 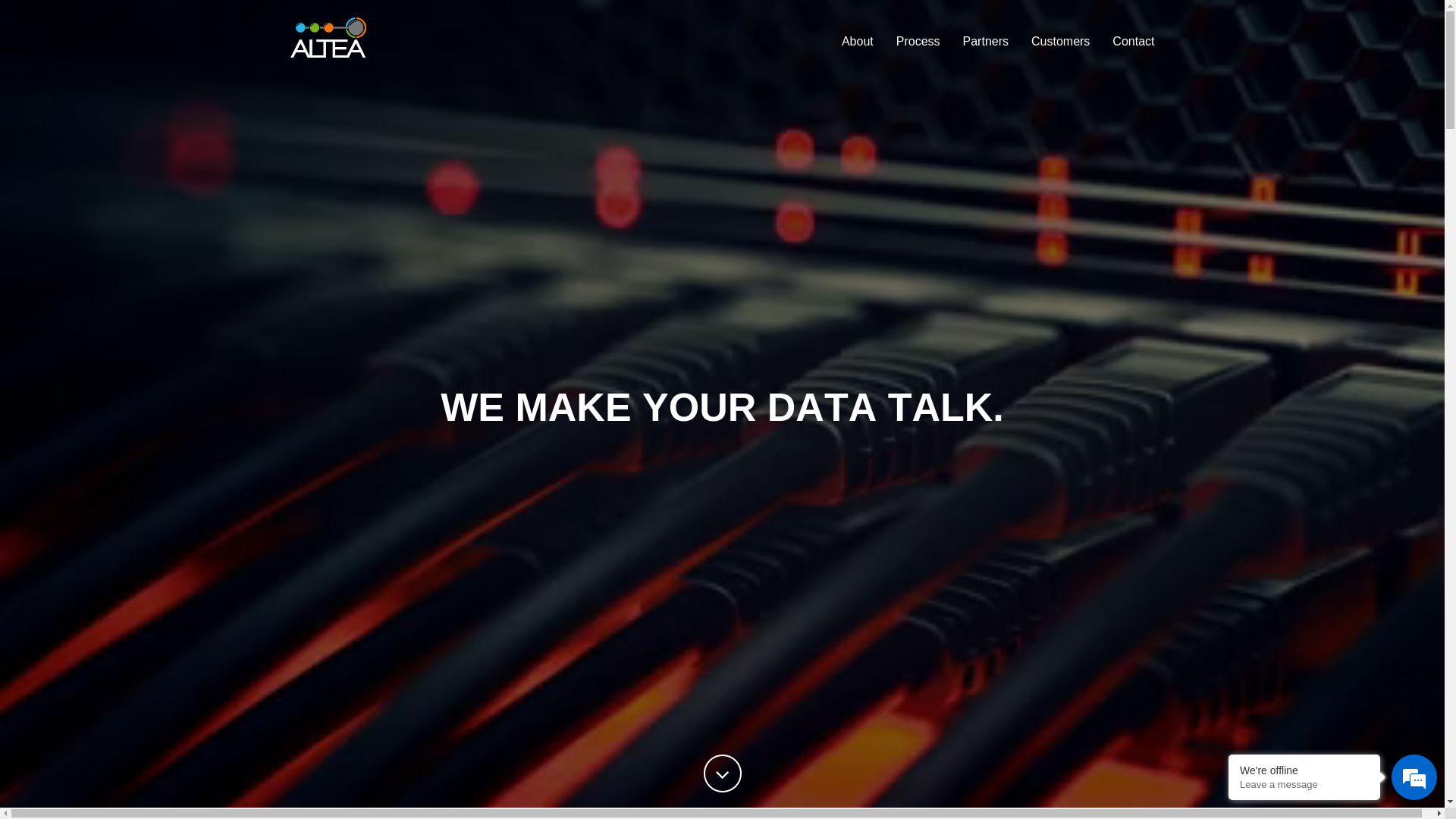 What do you see at coordinates (986, 40) in the screenshot?
I see `'Partners'` at bounding box center [986, 40].